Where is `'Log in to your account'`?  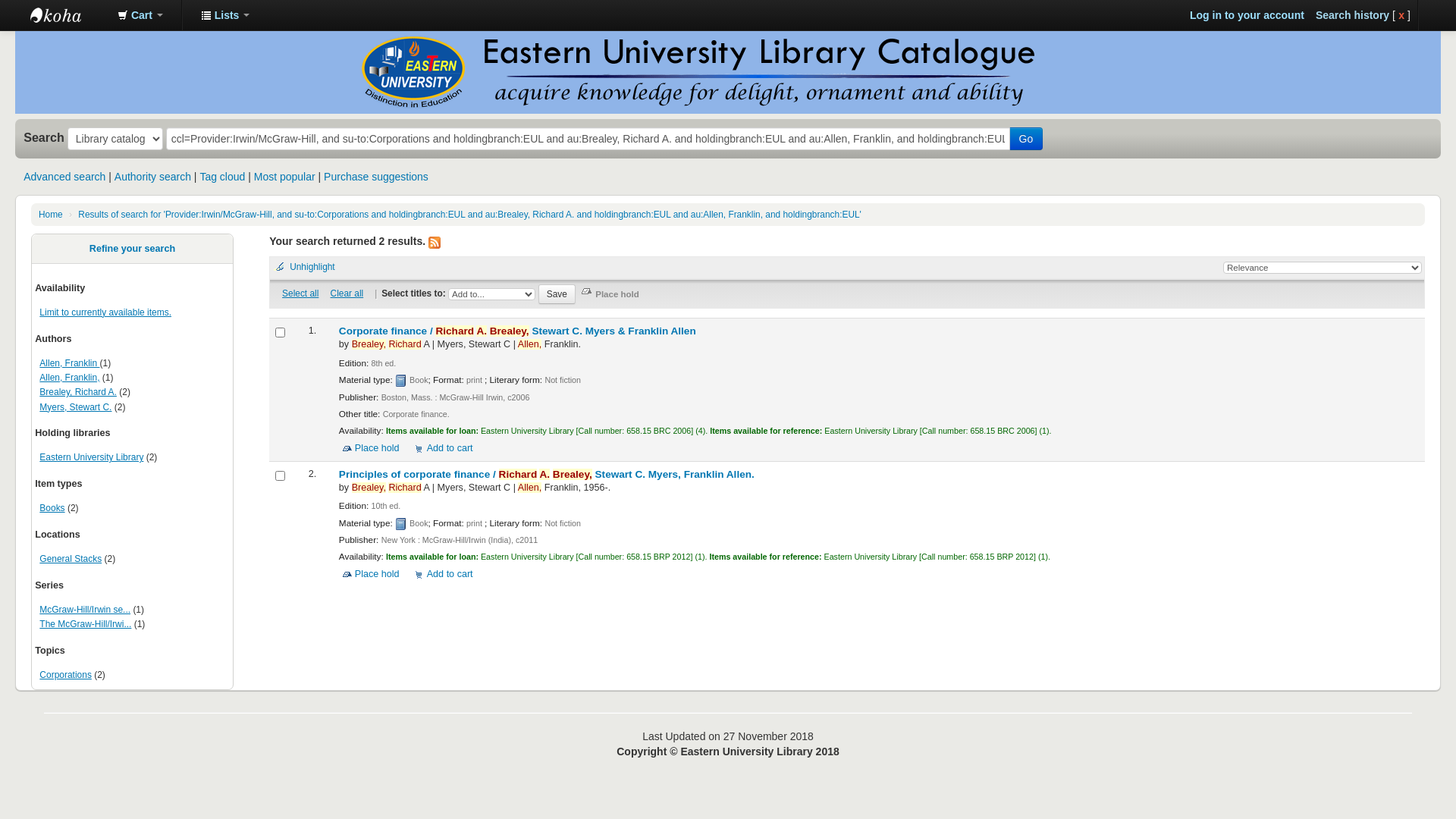
'Log in to your account' is located at coordinates (1247, 14).